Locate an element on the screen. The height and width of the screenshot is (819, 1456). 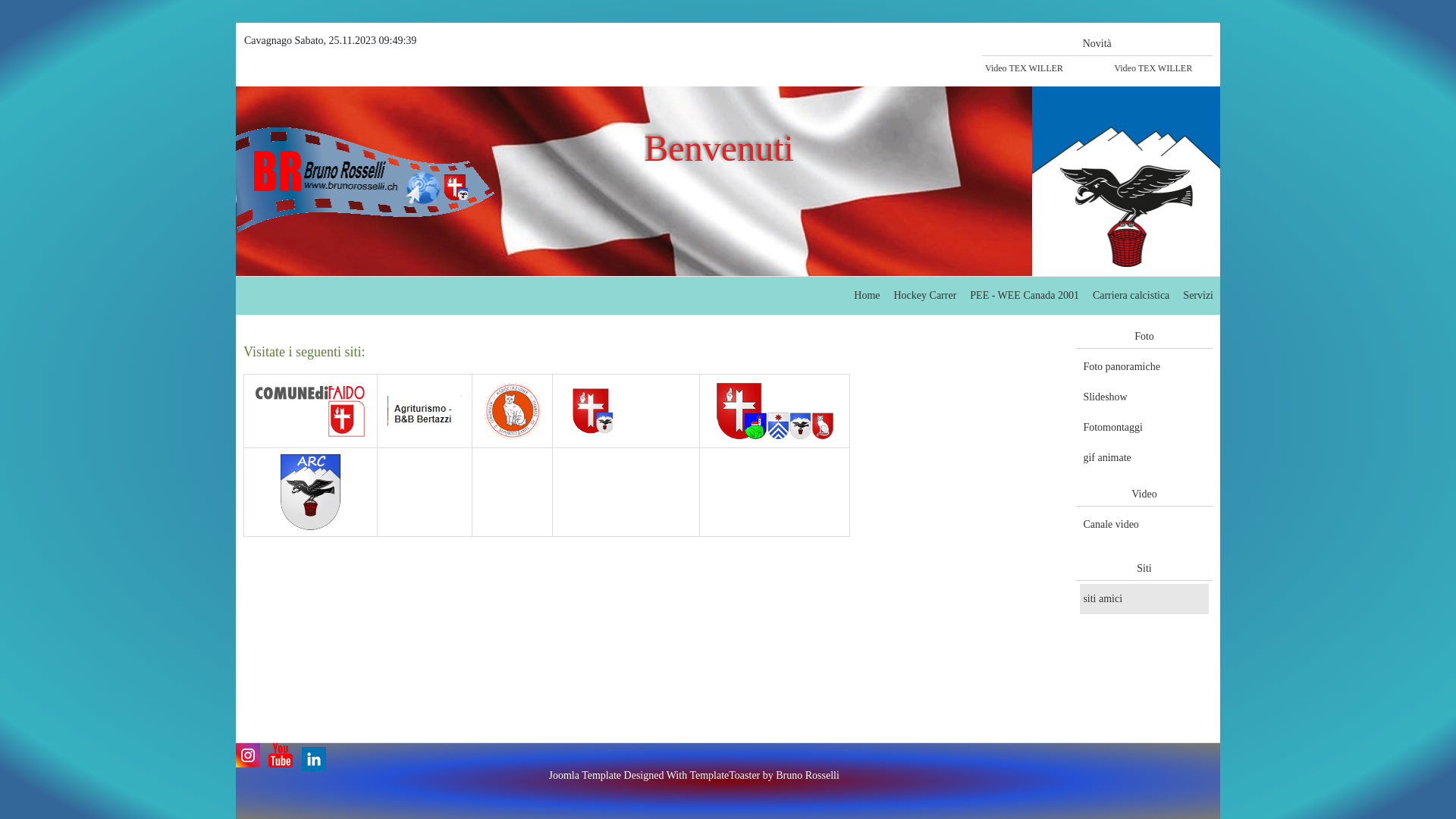
'siti amici' is located at coordinates (1144, 598).